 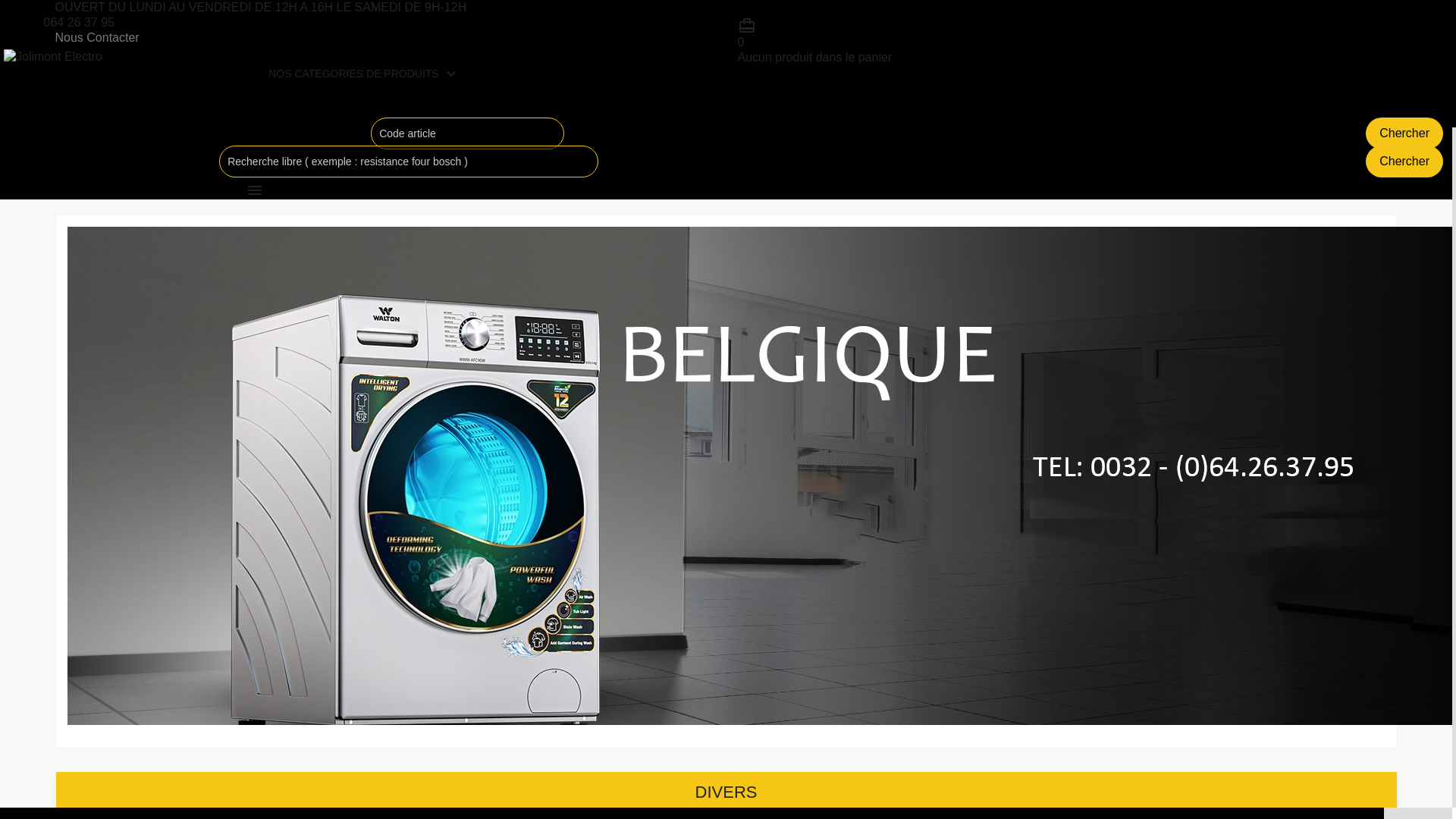 I want to click on 'Chercher', so click(x=1404, y=133).